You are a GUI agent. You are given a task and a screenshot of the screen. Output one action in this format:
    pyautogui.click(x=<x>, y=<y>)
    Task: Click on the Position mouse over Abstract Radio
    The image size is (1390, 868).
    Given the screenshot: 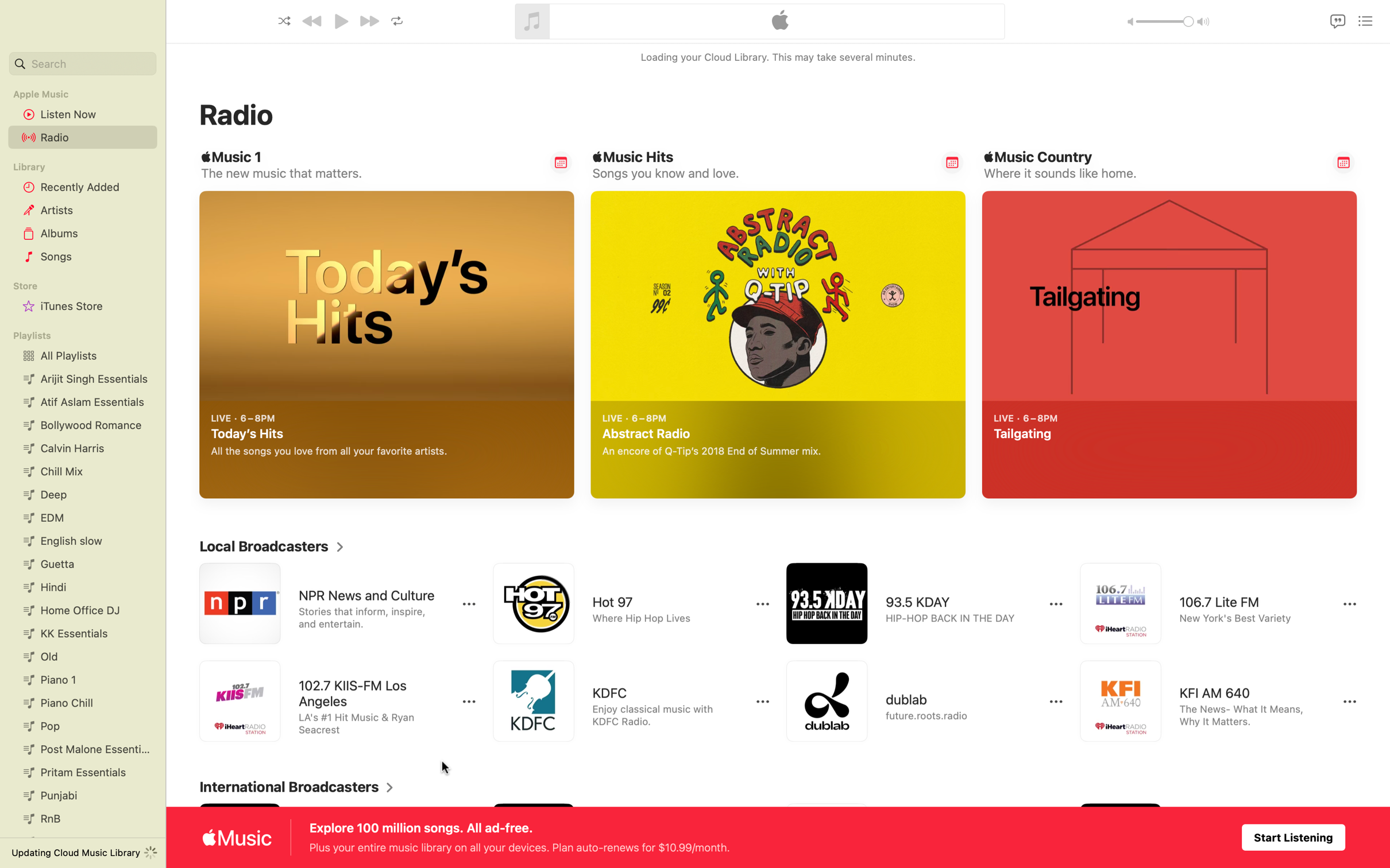 What is the action you would take?
    pyautogui.click(x=2612505, y=722176)
    